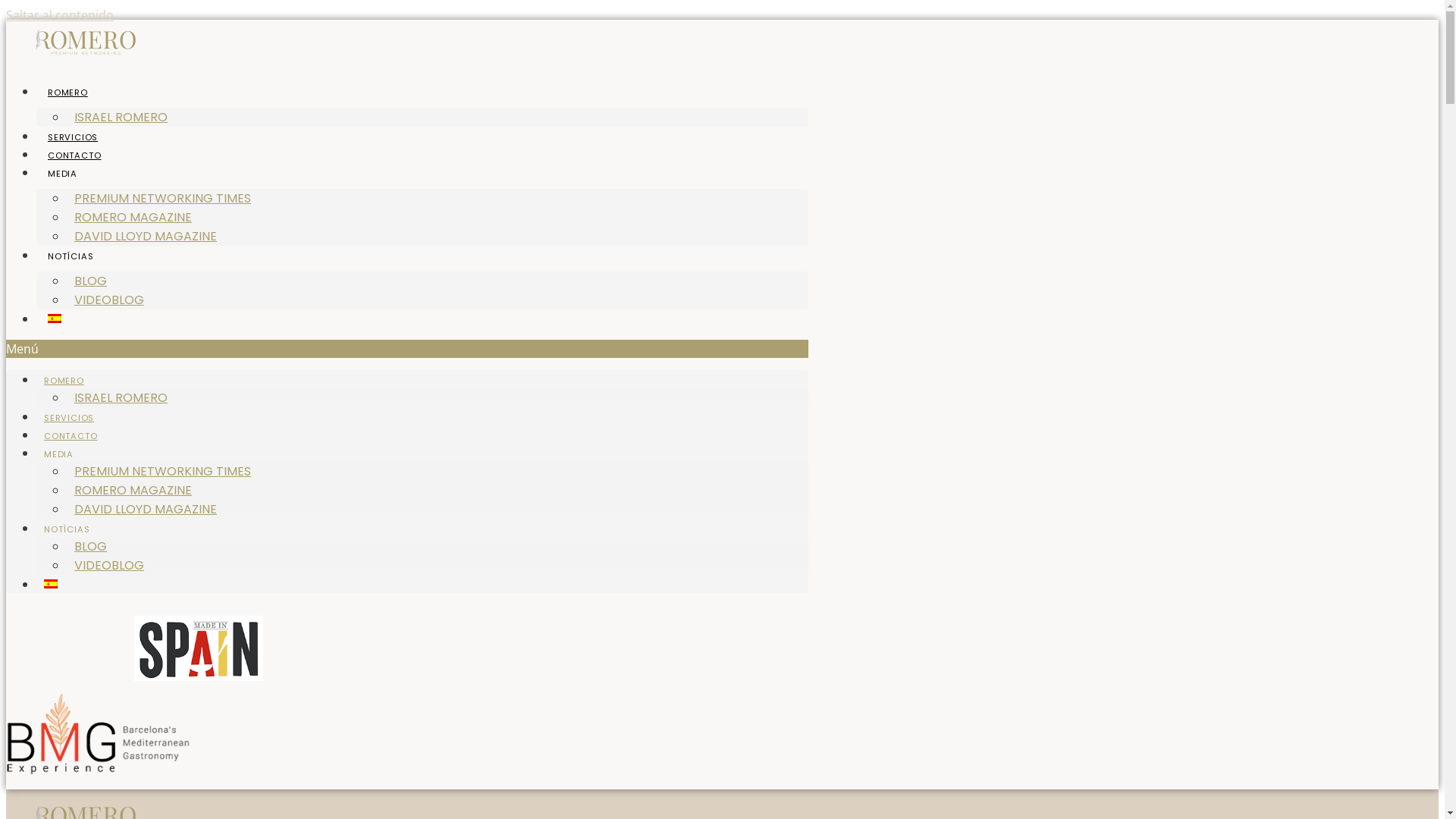  I want to click on 'BLOG', so click(89, 546).